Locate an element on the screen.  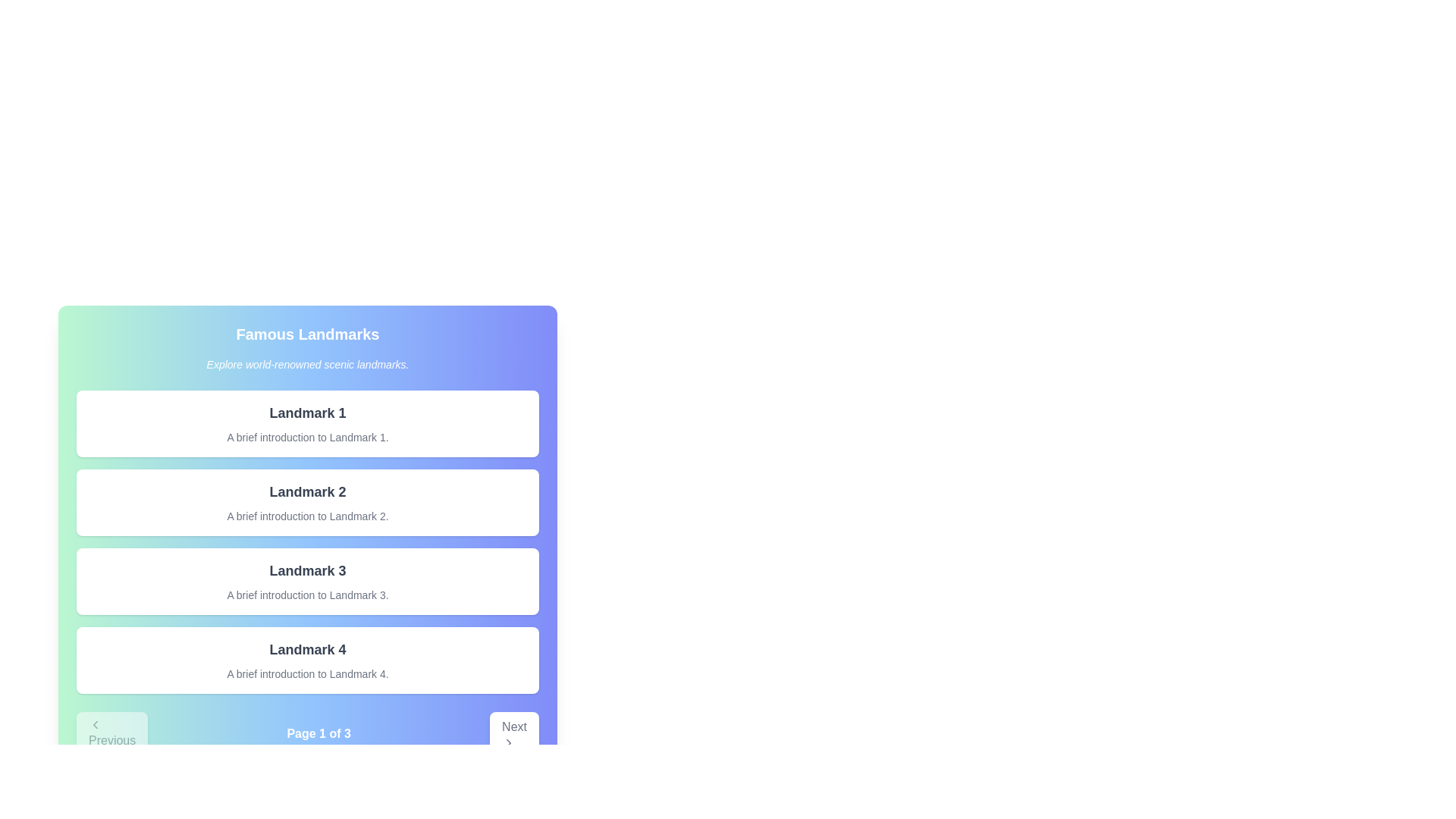
the rightward chevron arrow icon with a gray stroke outline, located at the bottom-right corner of the interface within the 'Next' button is located at coordinates (509, 742).